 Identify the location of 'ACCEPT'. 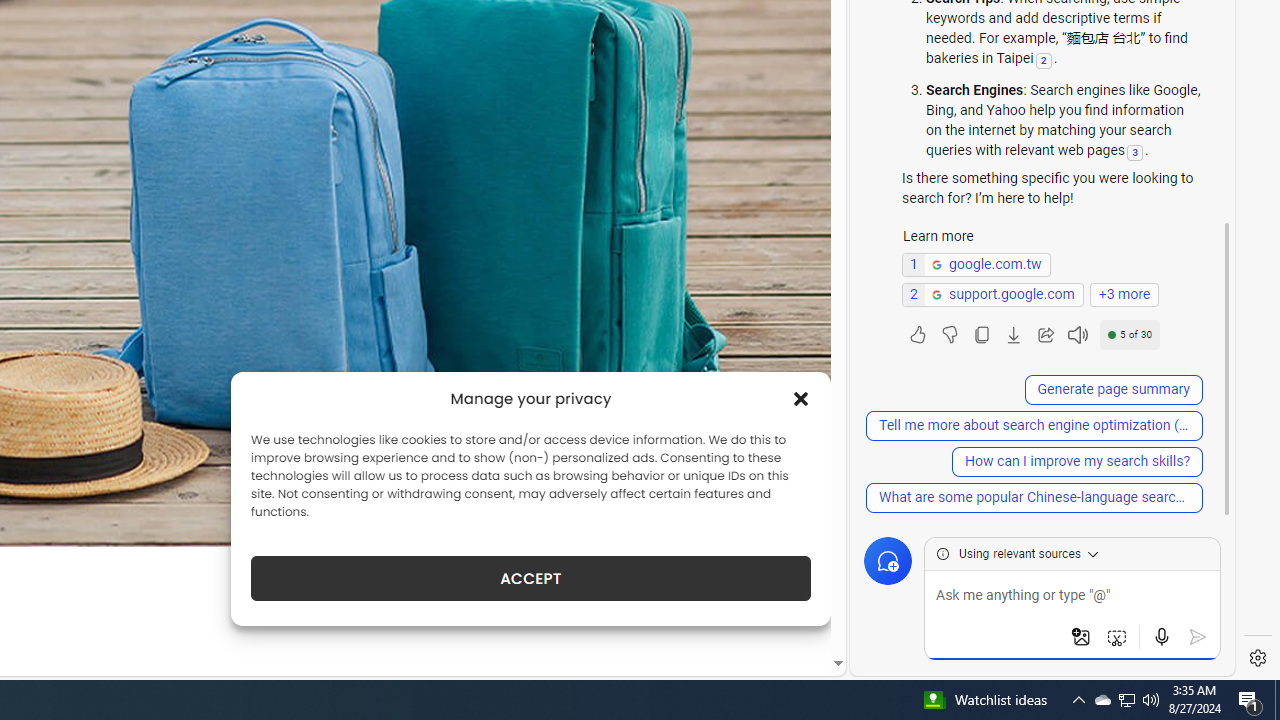
(531, 578).